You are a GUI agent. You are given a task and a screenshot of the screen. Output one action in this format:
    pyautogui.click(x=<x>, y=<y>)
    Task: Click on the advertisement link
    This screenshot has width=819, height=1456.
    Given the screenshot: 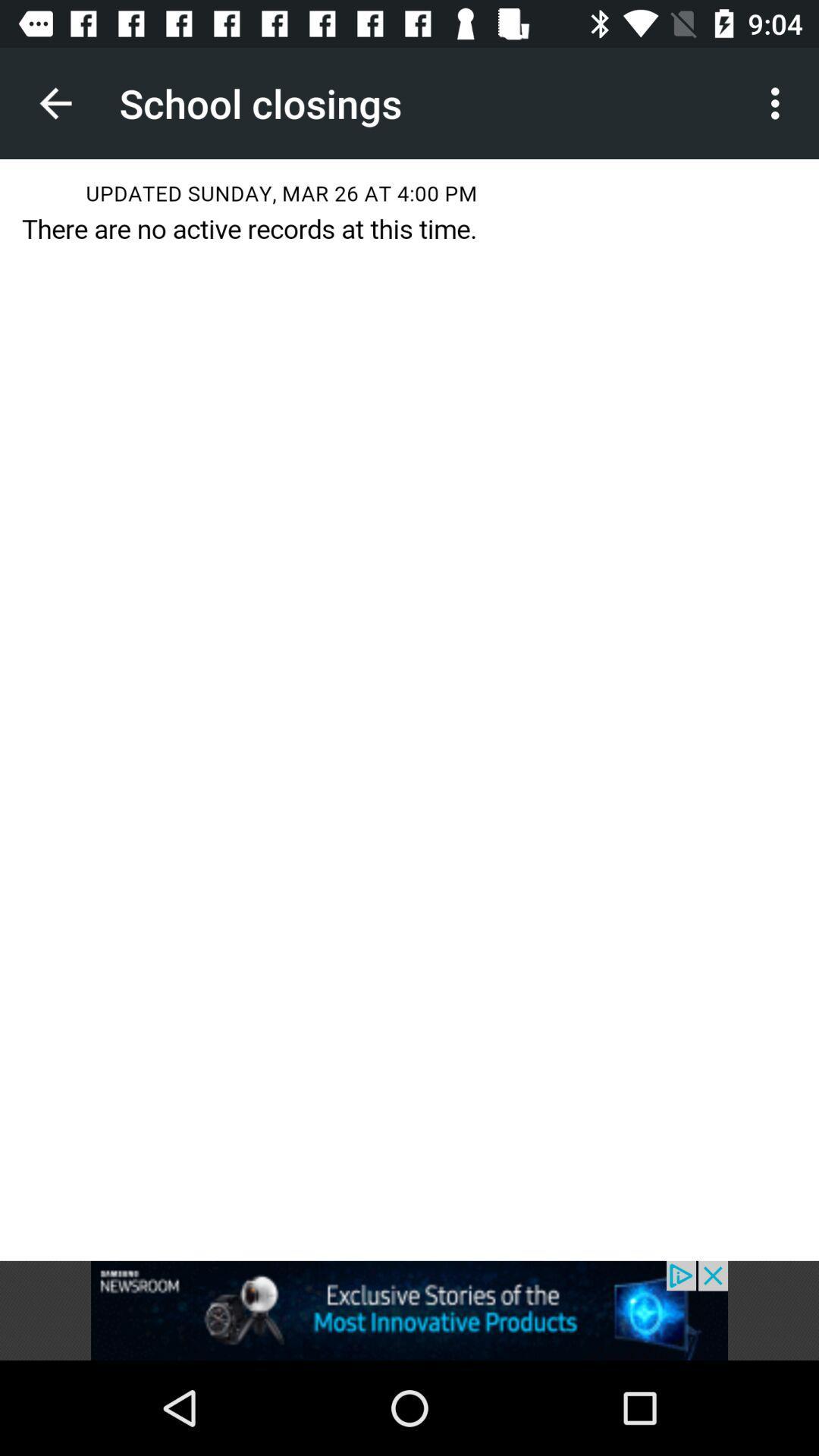 What is the action you would take?
    pyautogui.click(x=409, y=1310)
    